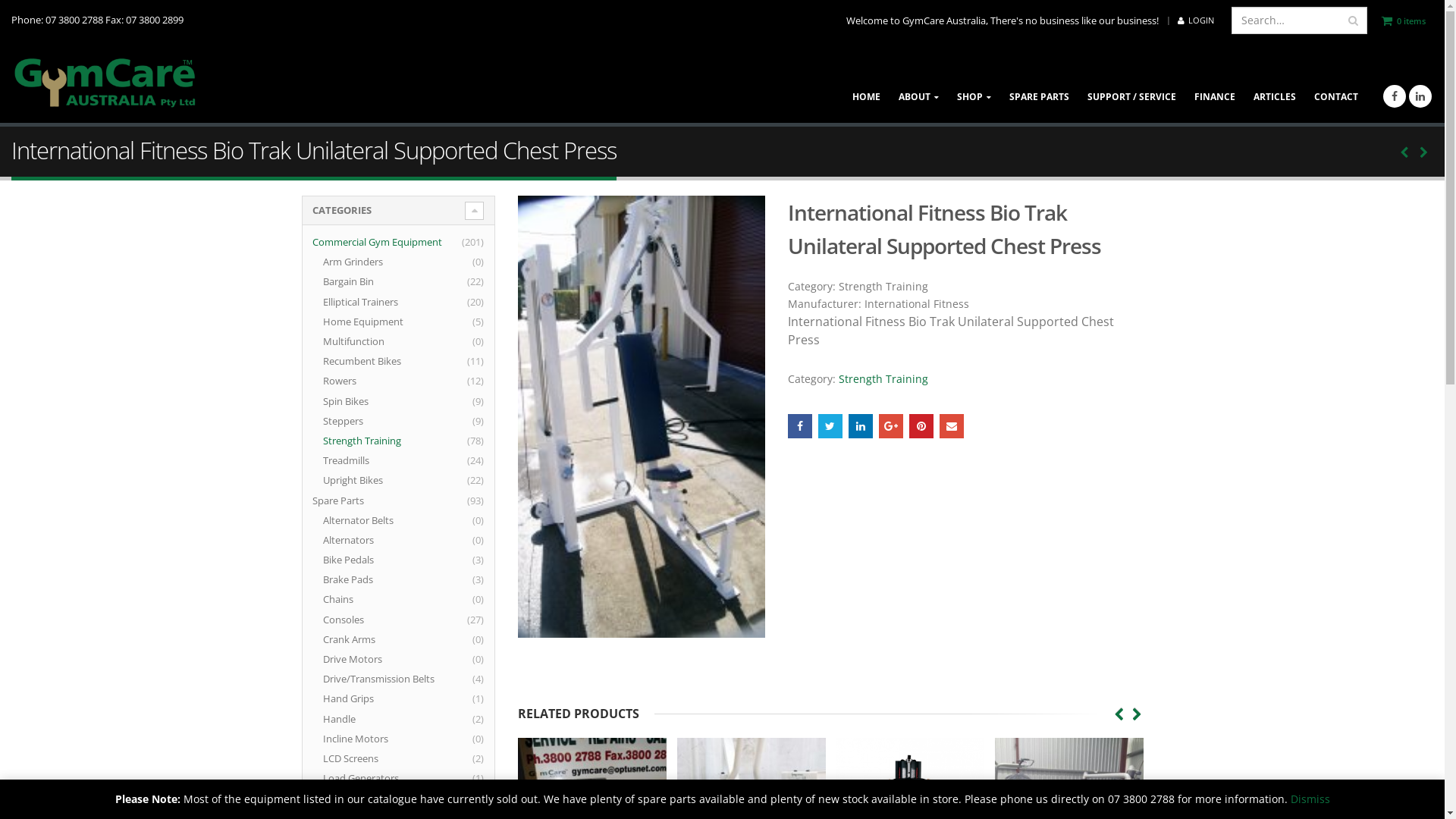  What do you see at coordinates (362, 479) in the screenshot?
I see `'Upright Bikes'` at bounding box center [362, 479].